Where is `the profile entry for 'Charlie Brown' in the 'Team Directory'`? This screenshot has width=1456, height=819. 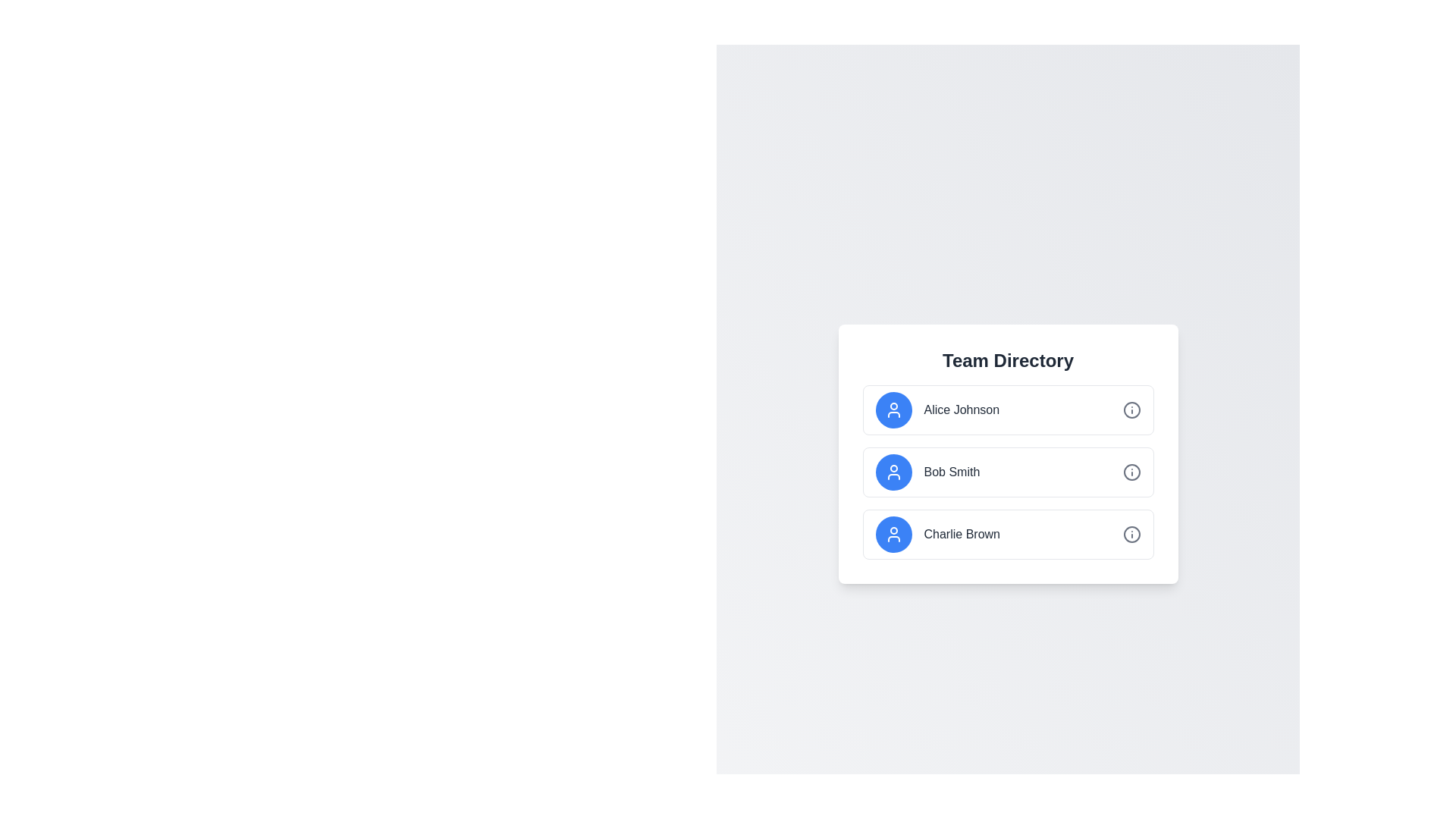
the profile entry for 'Charlie Brown' in the 'Team Directory' is located at coordinates (937, 534).